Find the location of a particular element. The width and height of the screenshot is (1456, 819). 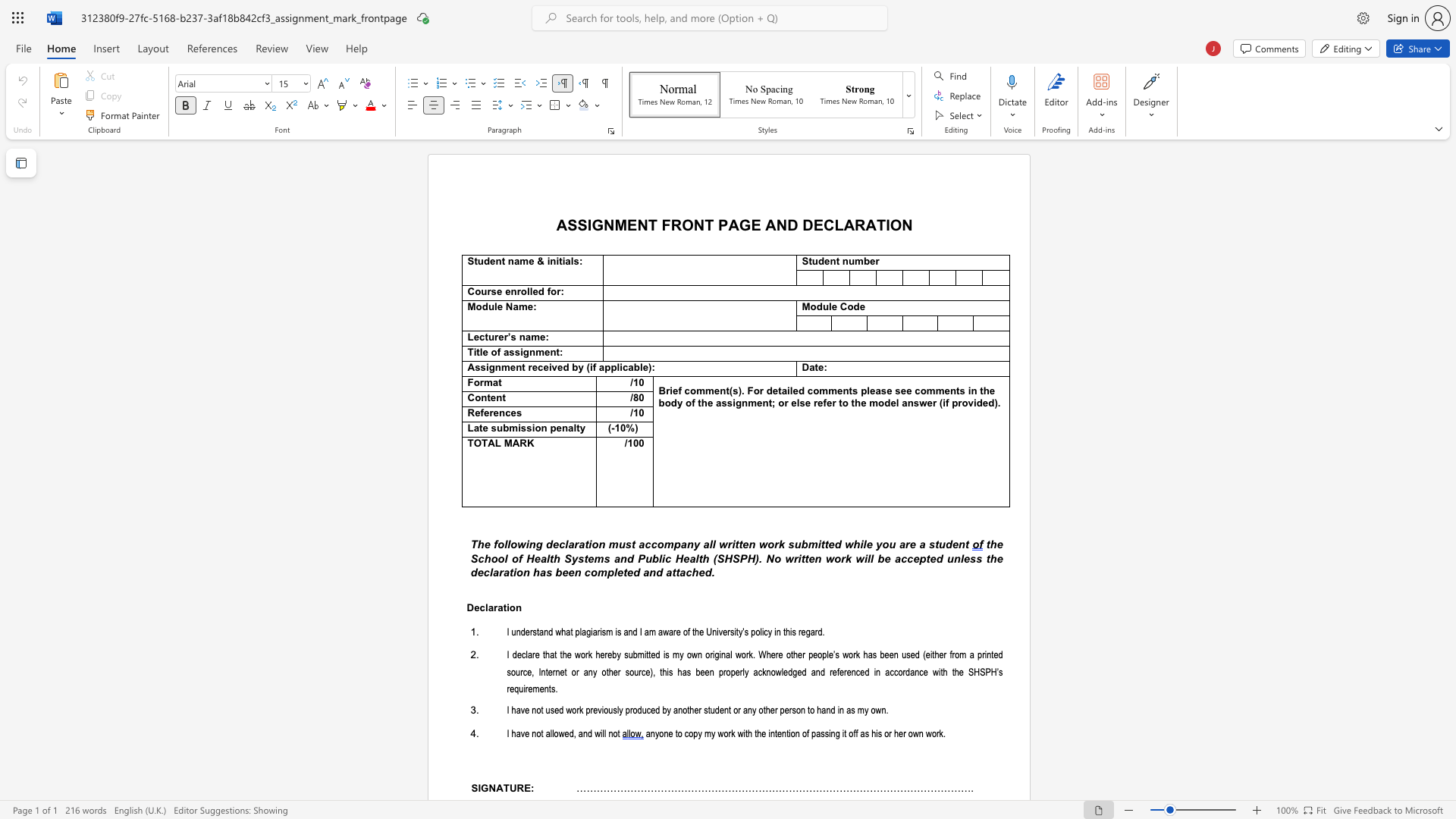

the subset text "ATIO" within the text "AND DECLARATION" is located at coordinates (865, 224).